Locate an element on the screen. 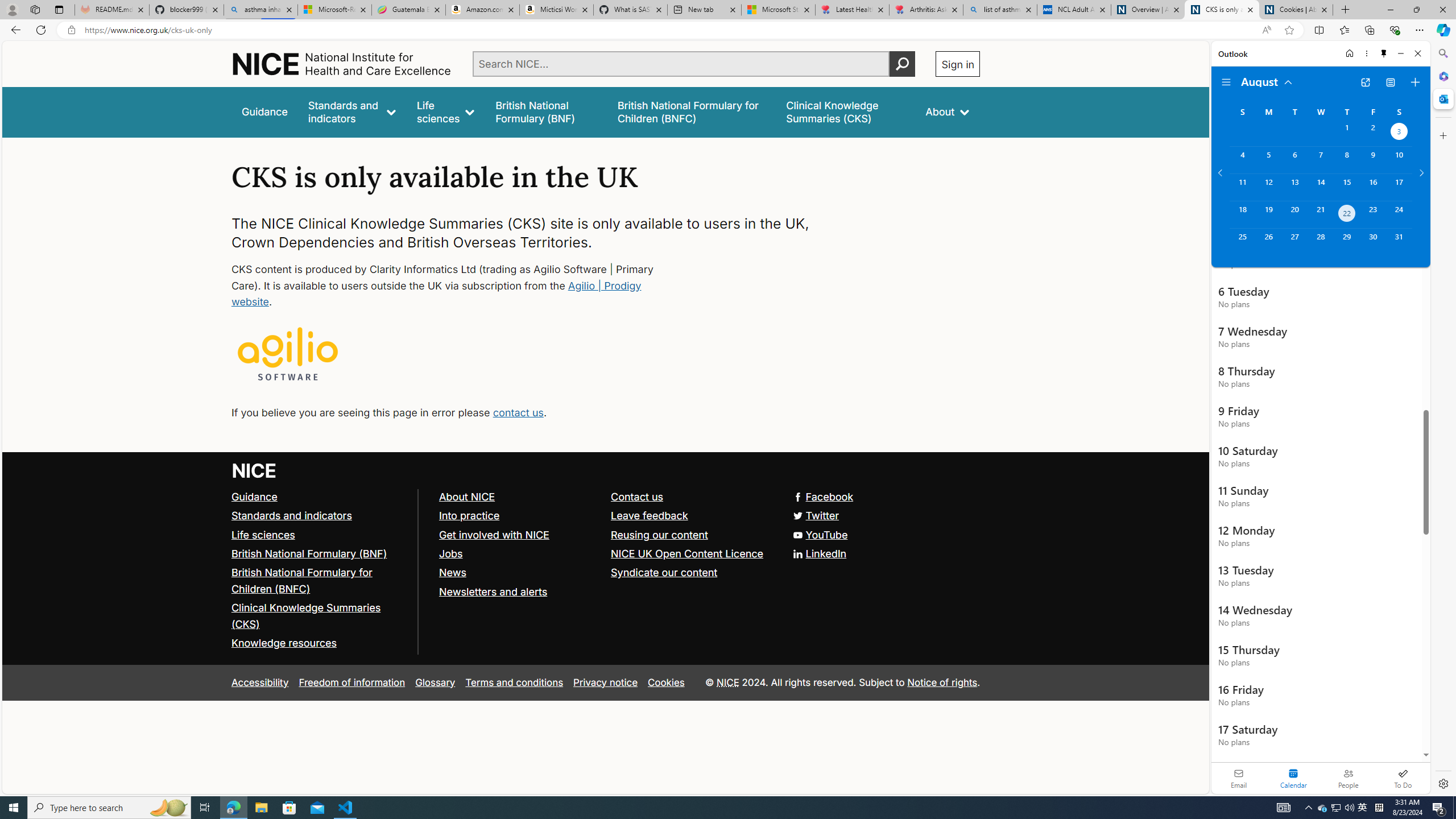 The width and height of the screenshot is (1456, 819). 'Wednesday, August 7, 2024. ' is located at coordinates (1319, 159).